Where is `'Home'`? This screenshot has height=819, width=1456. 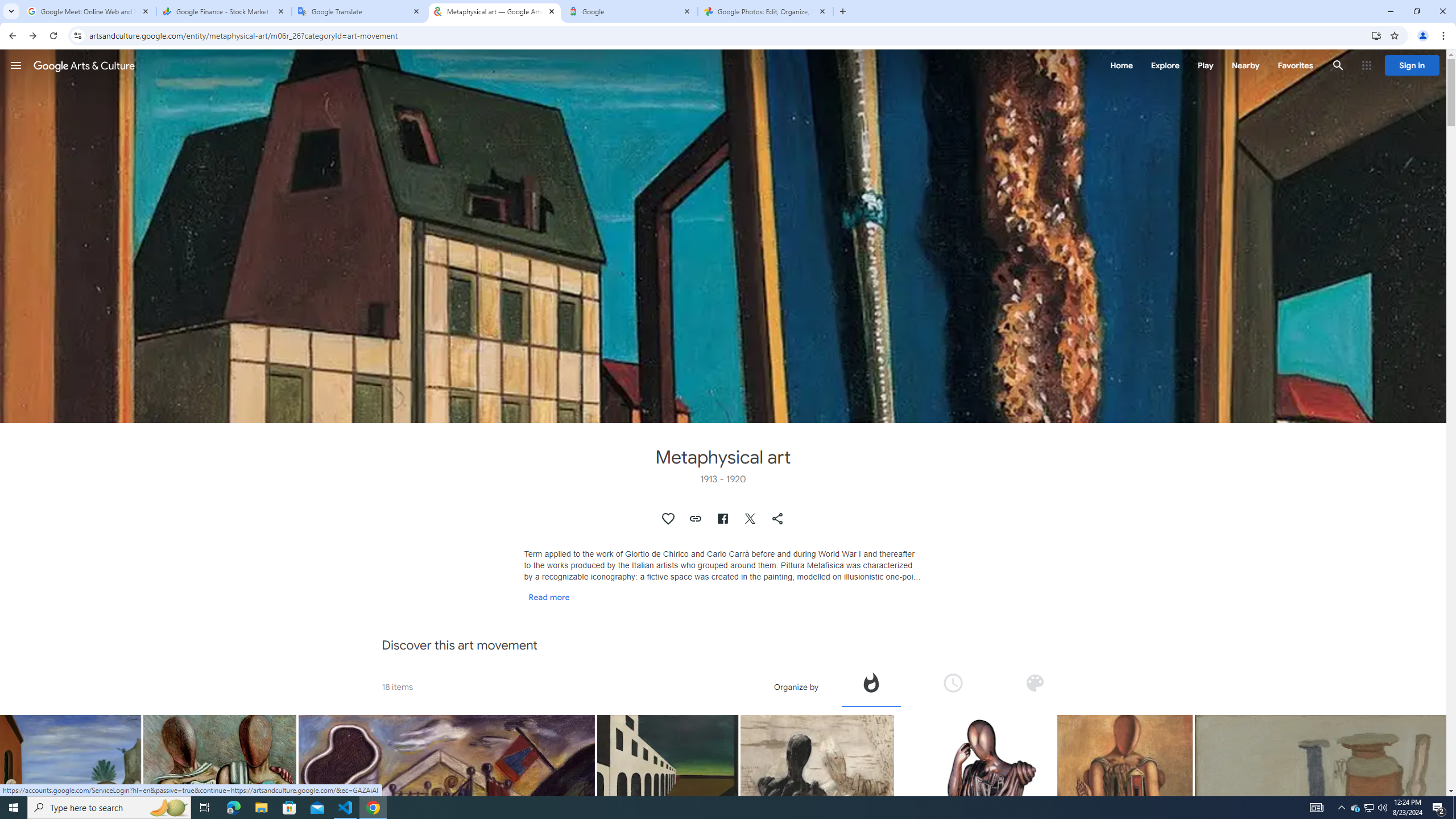
'Home' is located at coordinates (1120, 65).